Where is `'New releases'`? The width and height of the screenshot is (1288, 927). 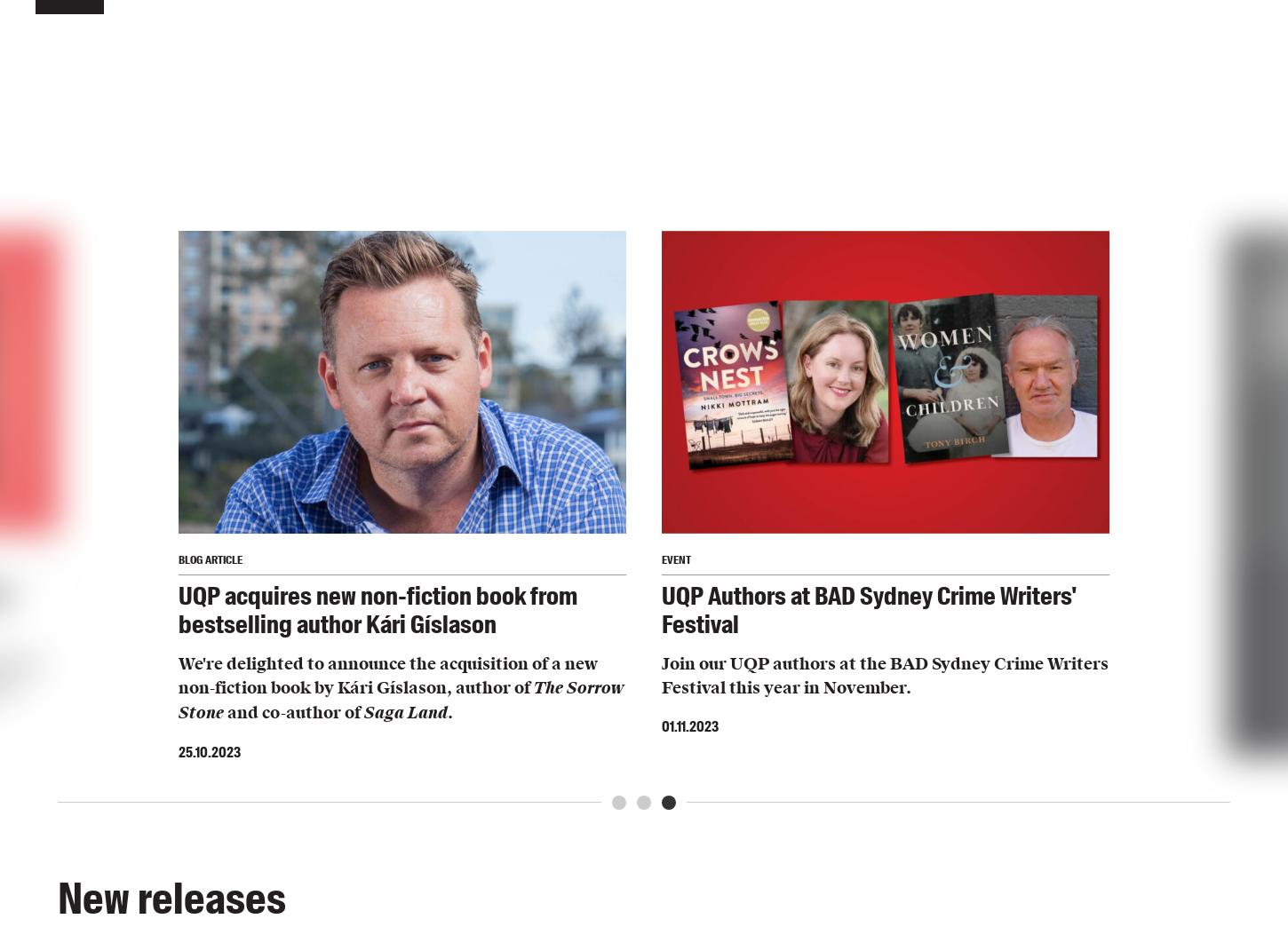 'New releases' is located at coordinates (57, 899).